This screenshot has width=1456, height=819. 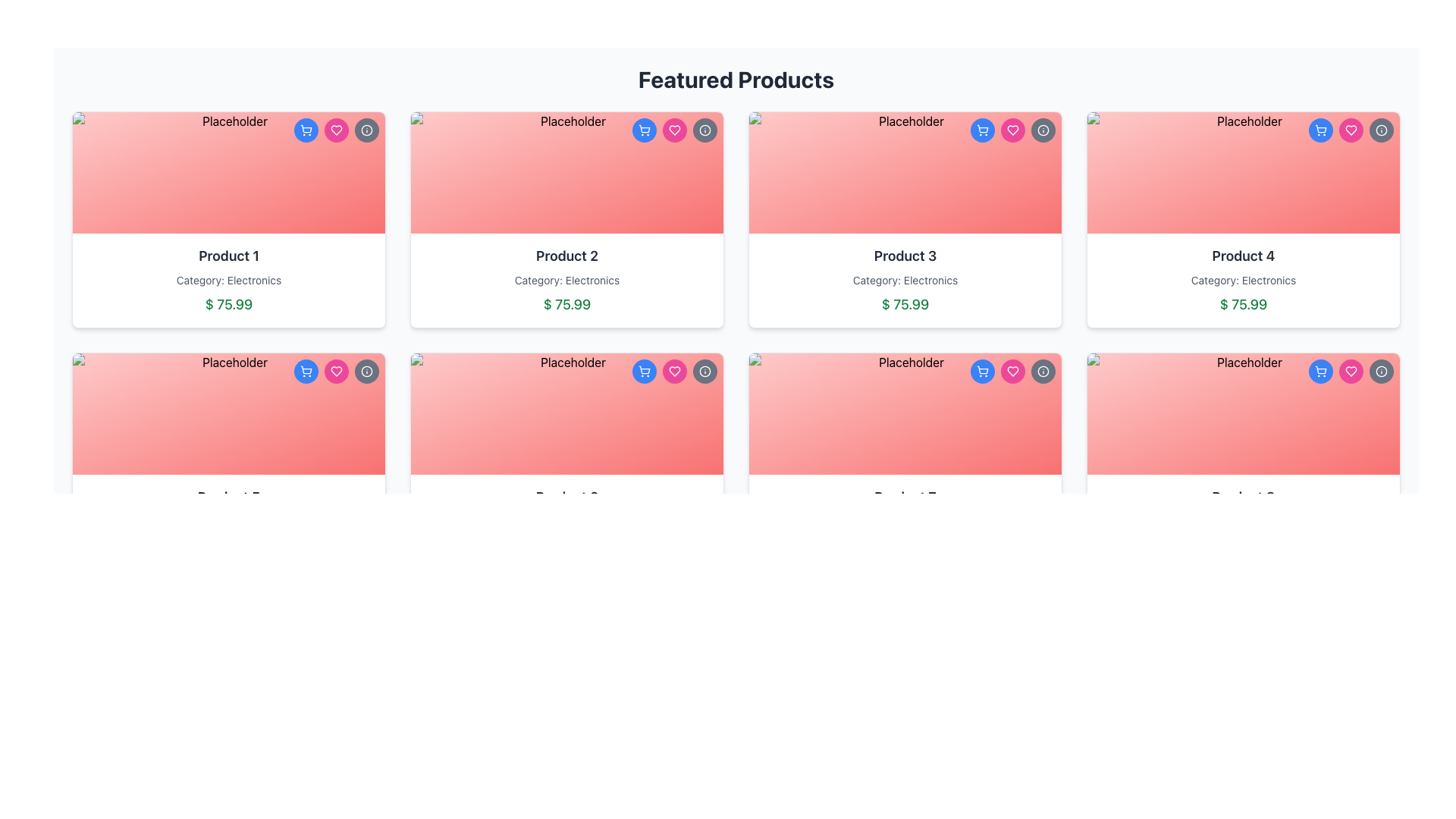 I want to click on bold text label displaying 'Product 3' located in the third product card of the product grid layout, so click(x=905, y=256).